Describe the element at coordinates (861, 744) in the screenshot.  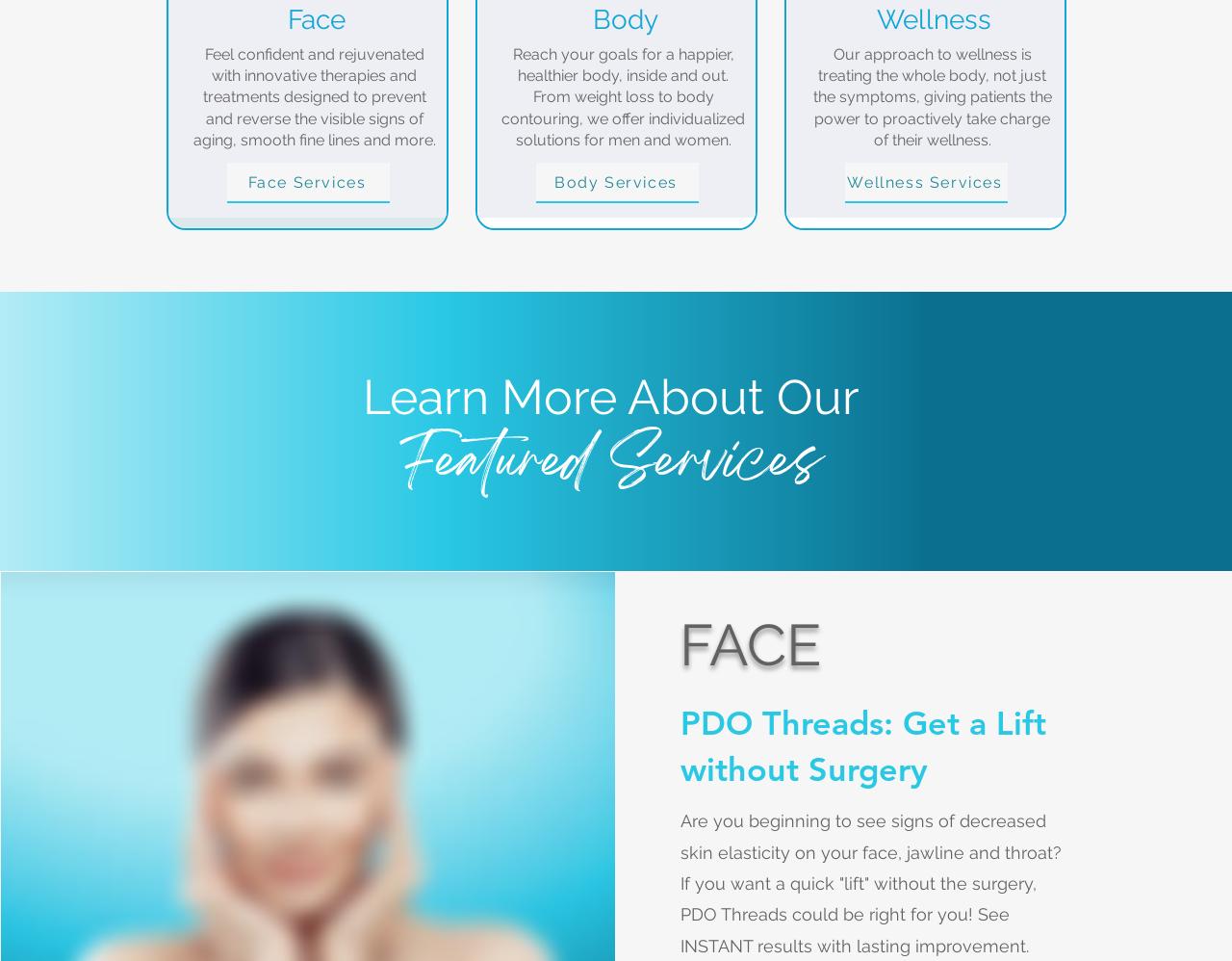
I see `'PDO Threads: Get a Lift without Surgery'` at that location.